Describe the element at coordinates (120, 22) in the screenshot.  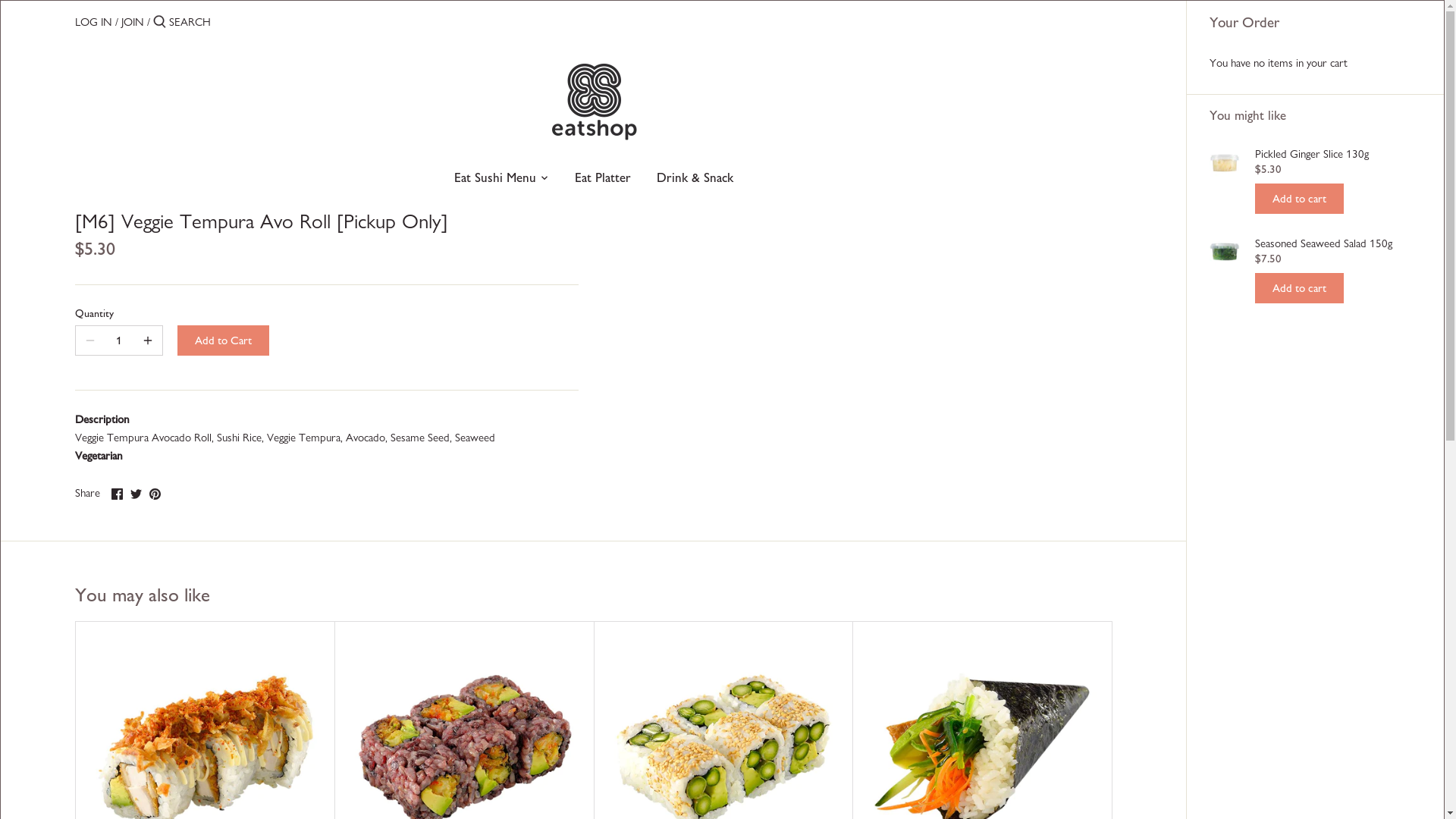
I see `'JOIN'` at that location.